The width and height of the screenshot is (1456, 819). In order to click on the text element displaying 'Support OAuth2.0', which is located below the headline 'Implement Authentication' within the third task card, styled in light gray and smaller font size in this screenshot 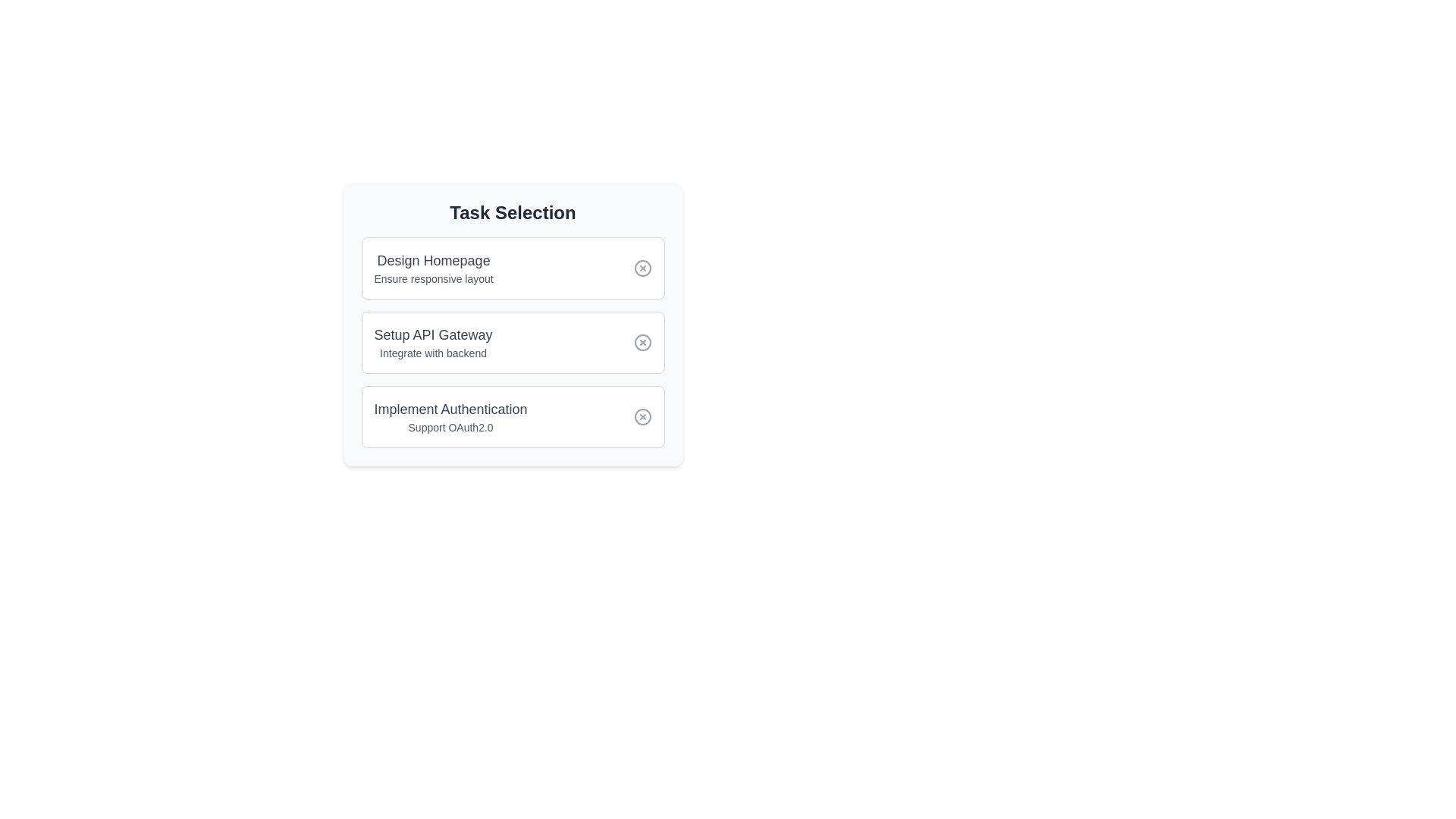, I will do `click(450, 427)`.